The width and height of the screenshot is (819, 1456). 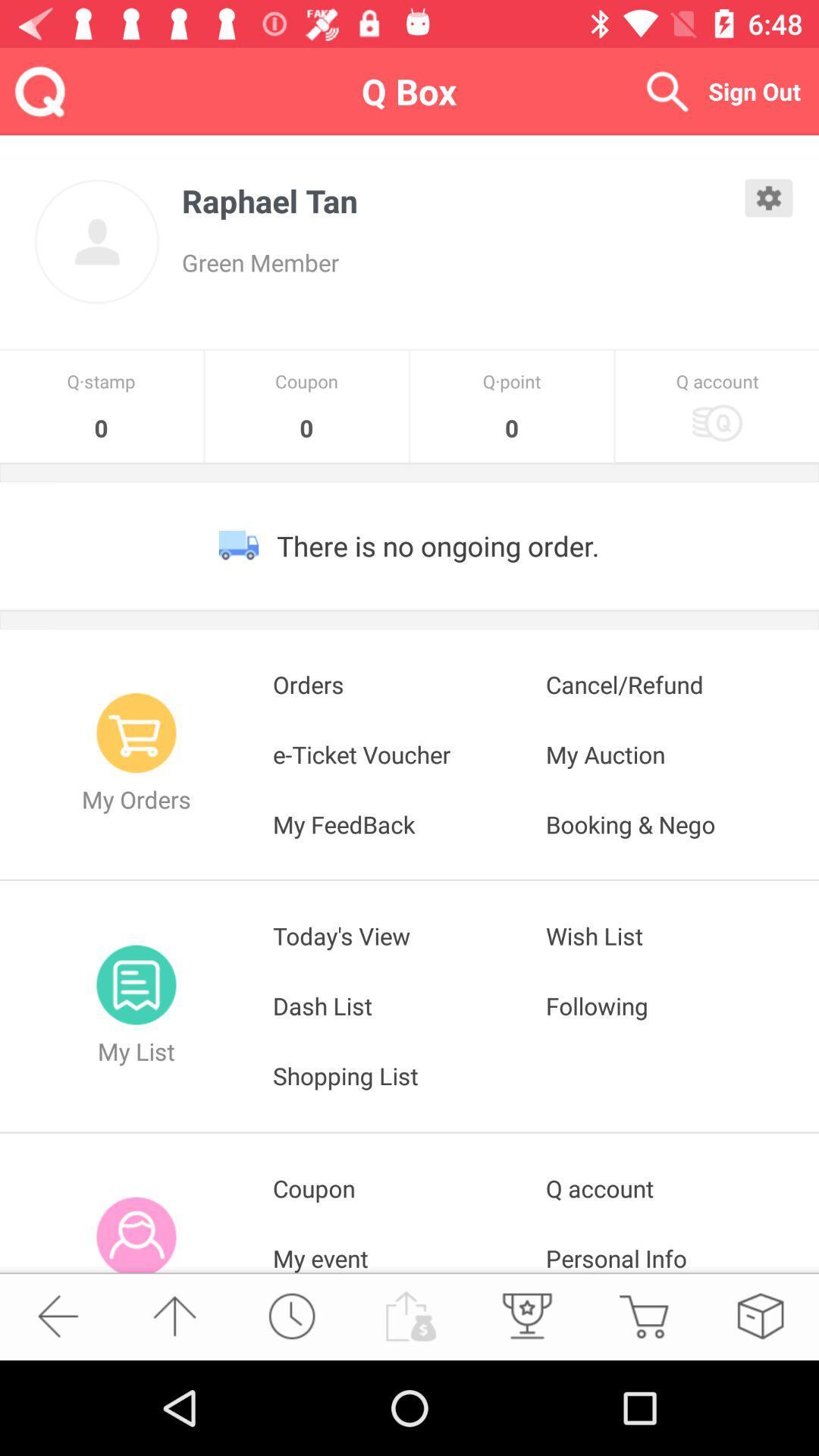 What do you see at coordinates (681, 683) in the screenshot?
I see `the app next to the orders icon` at bounding box center [681, 683].